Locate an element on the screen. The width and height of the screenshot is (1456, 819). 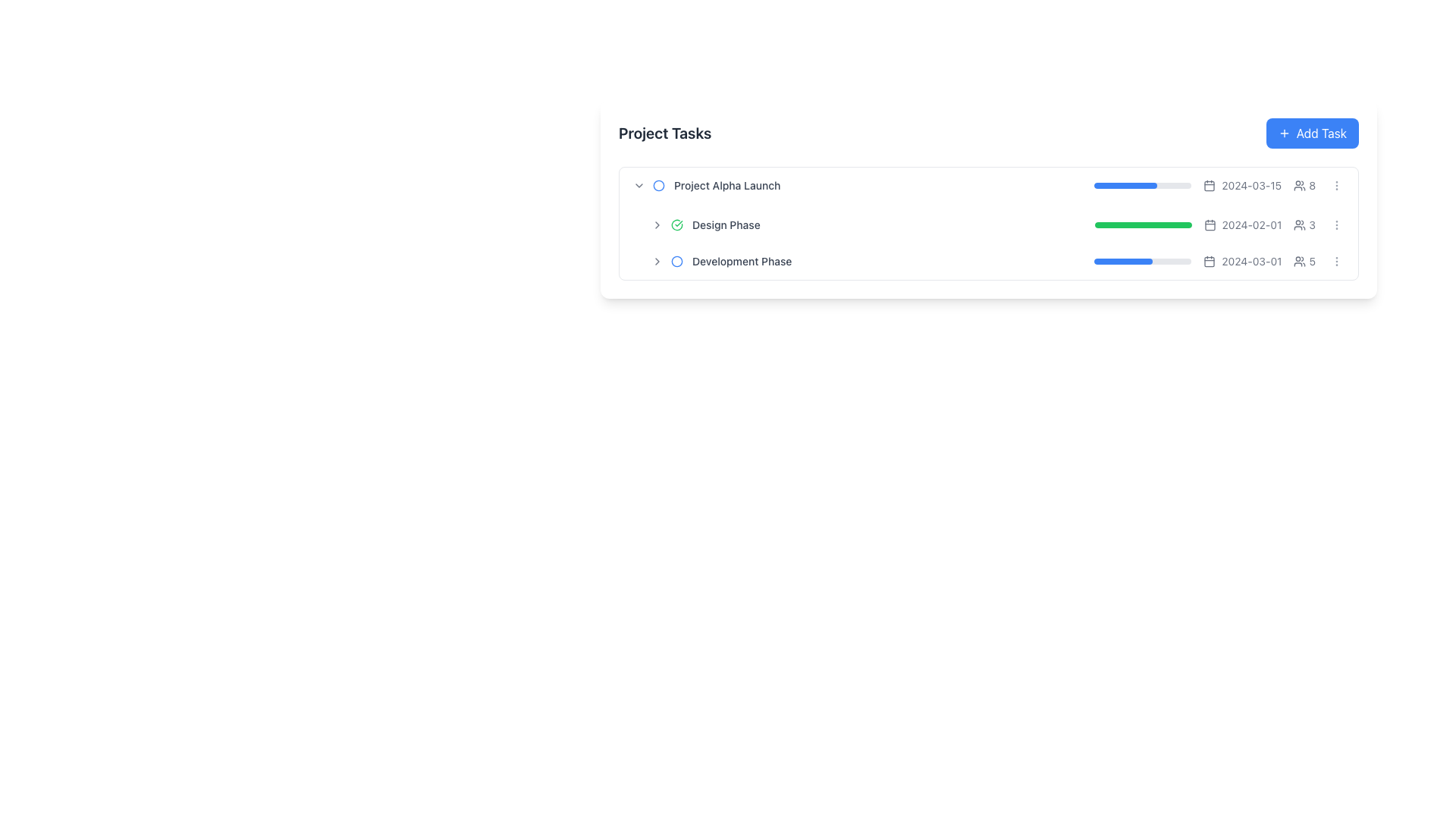
progress level is located at coordinates (1163, 225).